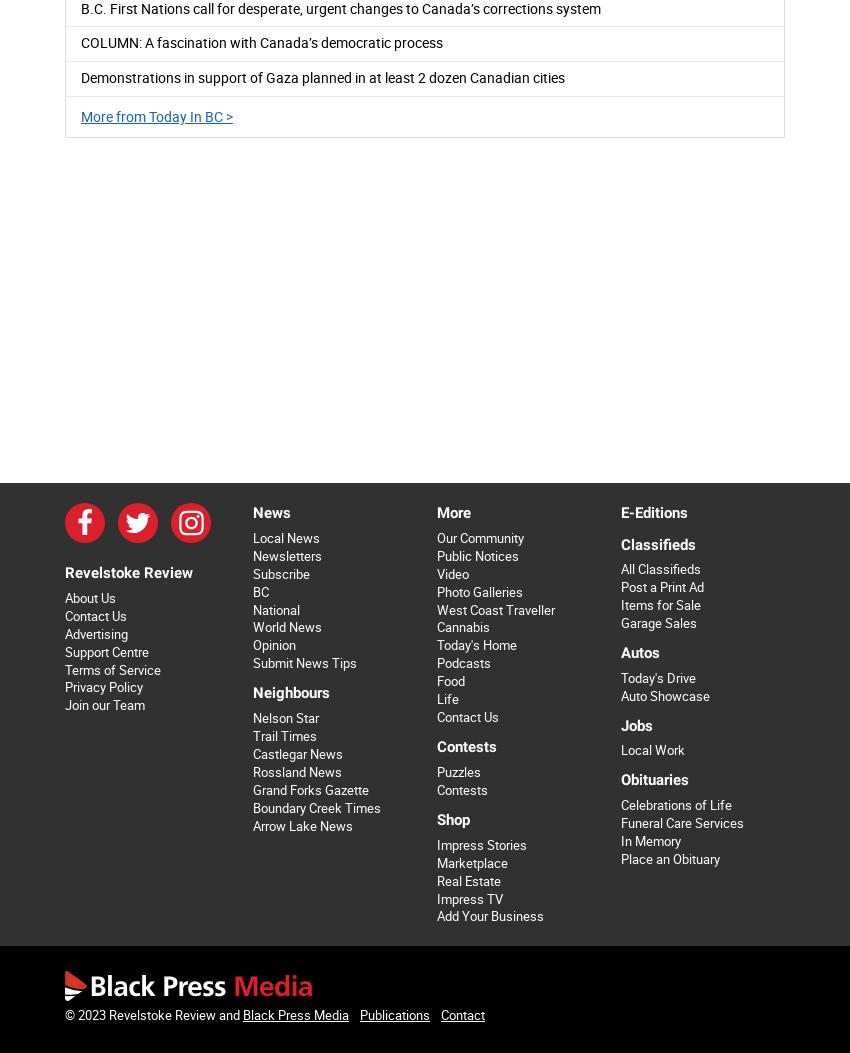  Describe the element at coordinates (65, 597) in the screenshot. I see `'About Us'` at that location.